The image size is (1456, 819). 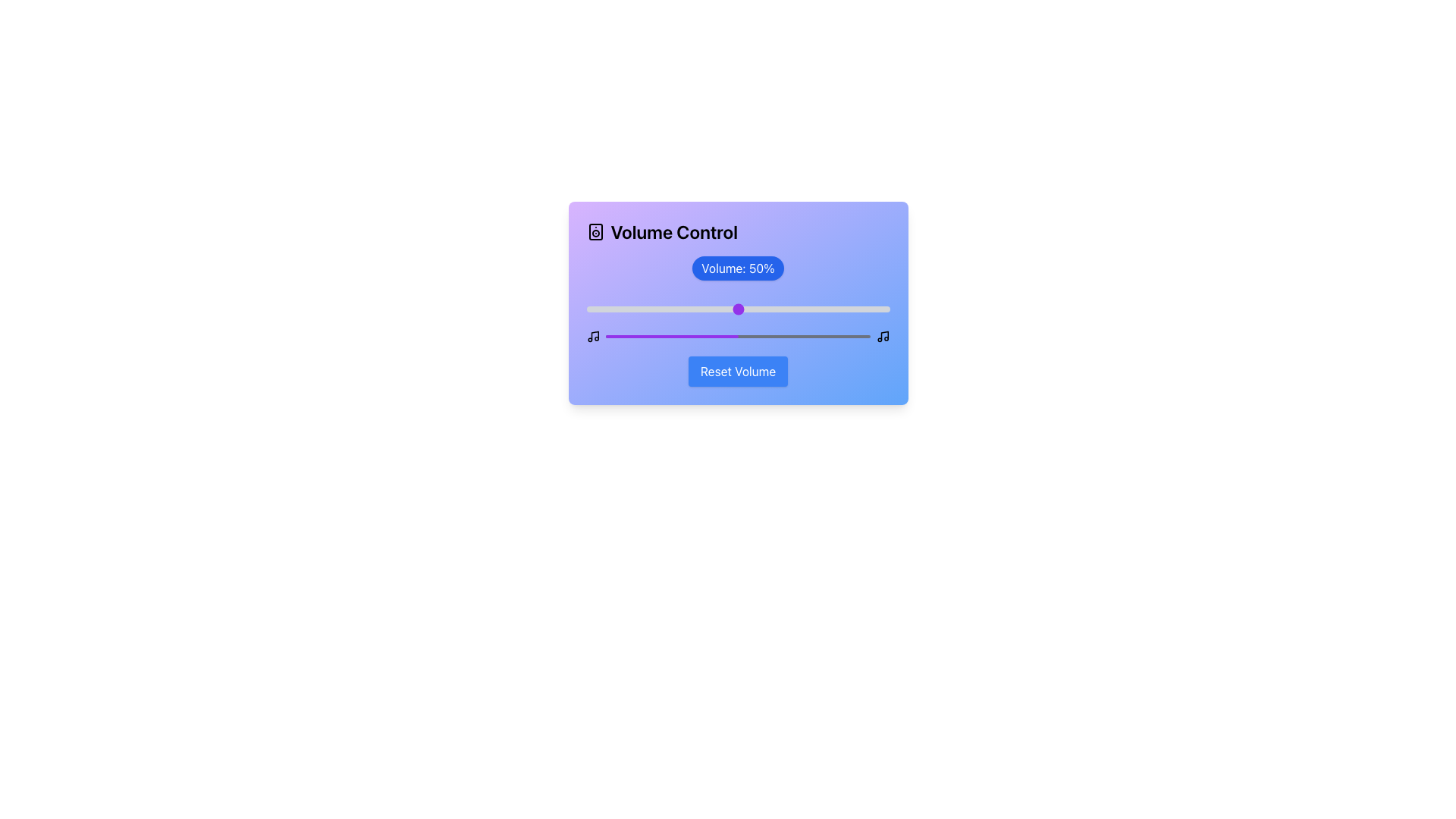 What do you see at coordinates (594, 334) in the screenshot?
I see `the leftmost audio-related icon in the top-left section of the Volume Control interface, which is part of a group of three graphical icons` at bounding box center [594, 334].